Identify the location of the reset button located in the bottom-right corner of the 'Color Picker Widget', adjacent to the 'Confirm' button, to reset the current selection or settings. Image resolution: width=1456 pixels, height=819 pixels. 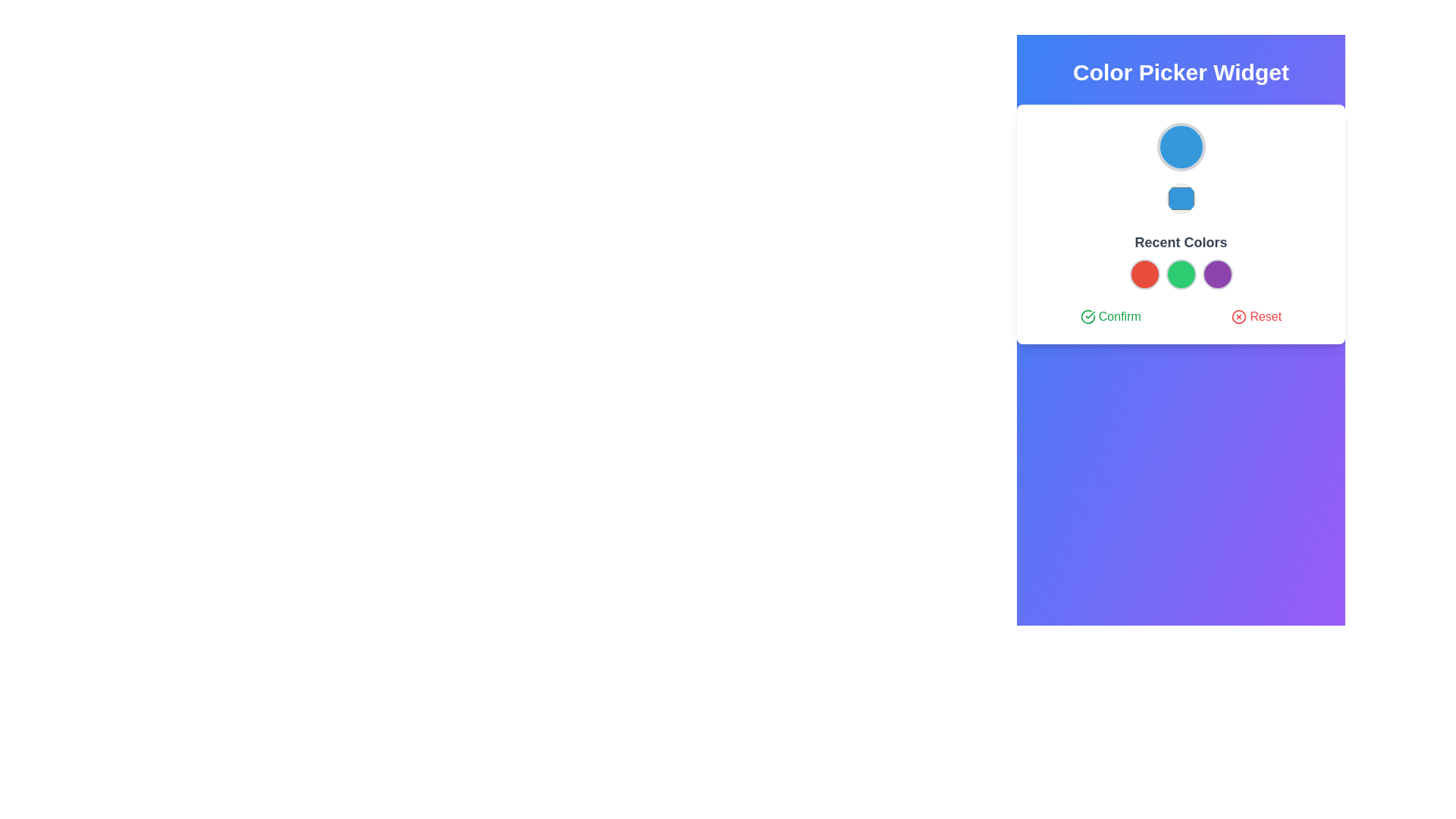
(1257, 315).